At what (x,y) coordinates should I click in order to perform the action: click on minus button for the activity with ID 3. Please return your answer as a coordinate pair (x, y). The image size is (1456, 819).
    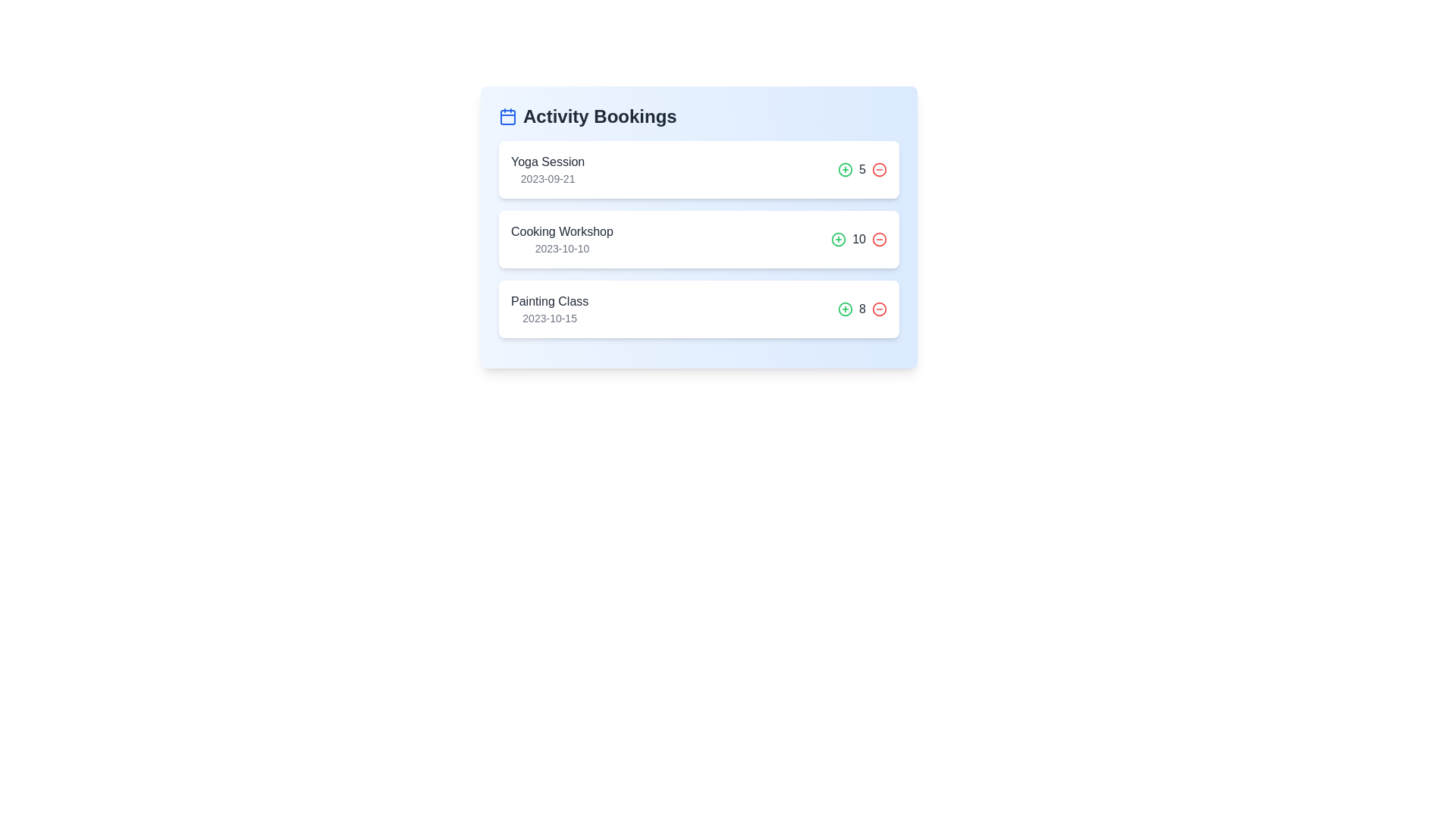
    Looking at the image, I should click on (880, 309).